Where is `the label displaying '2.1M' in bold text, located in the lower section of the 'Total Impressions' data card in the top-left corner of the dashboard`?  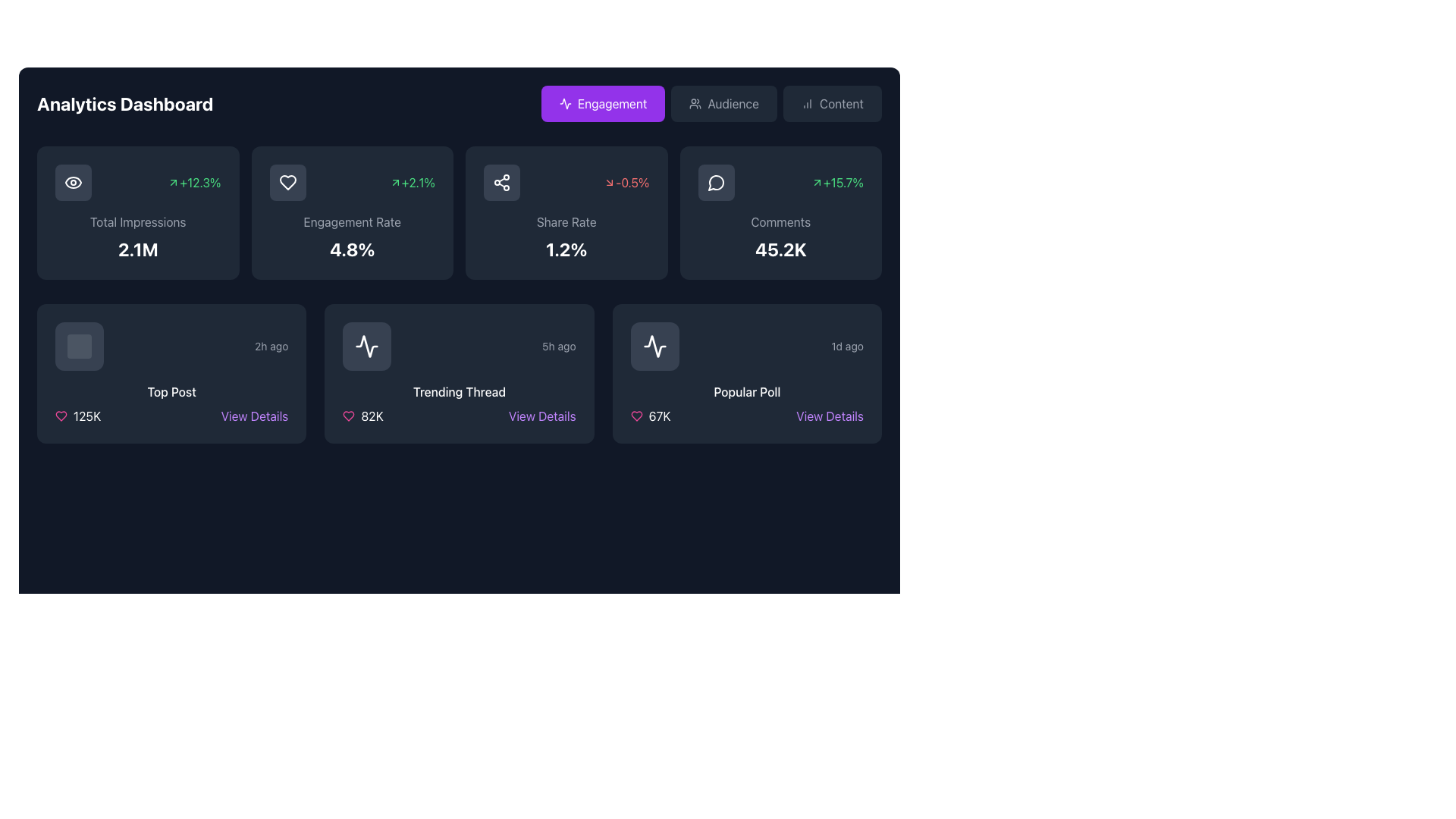
the label displaying '2.1M' in bold text, located in the lower section of the 'Total Impressions' data card in the top-left corner of the dashboard is located at coordinates (138, 248).